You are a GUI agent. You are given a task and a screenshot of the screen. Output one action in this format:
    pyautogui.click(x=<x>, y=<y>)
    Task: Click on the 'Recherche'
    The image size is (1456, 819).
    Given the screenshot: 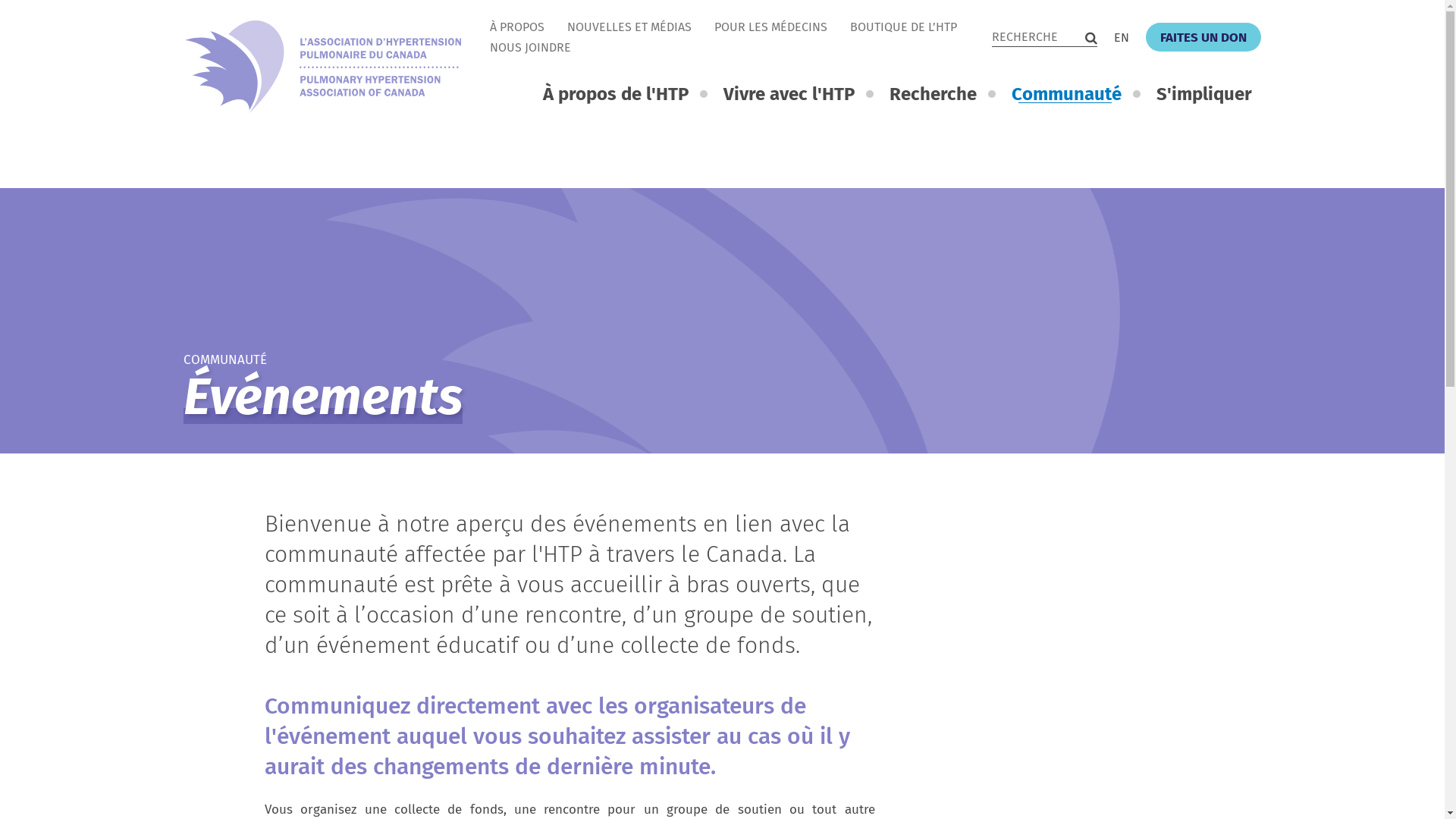 What is the action you would take?
    pyautogui.click(x=1084, y=37)
    